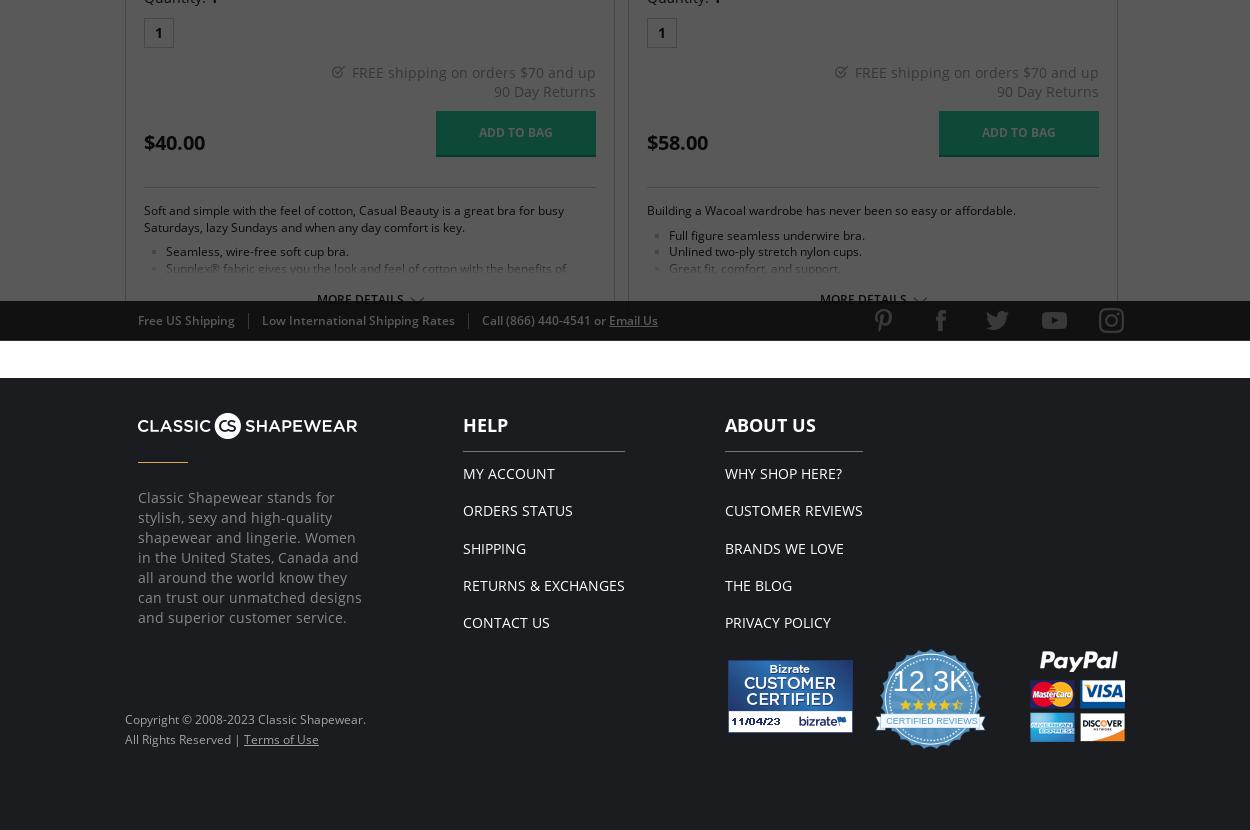 This screenshot has width=1250, height=830. Describe the element at coordinates (197, 444) in the screenshot. I see `'Lining: 100% Nylon.'` at that location.